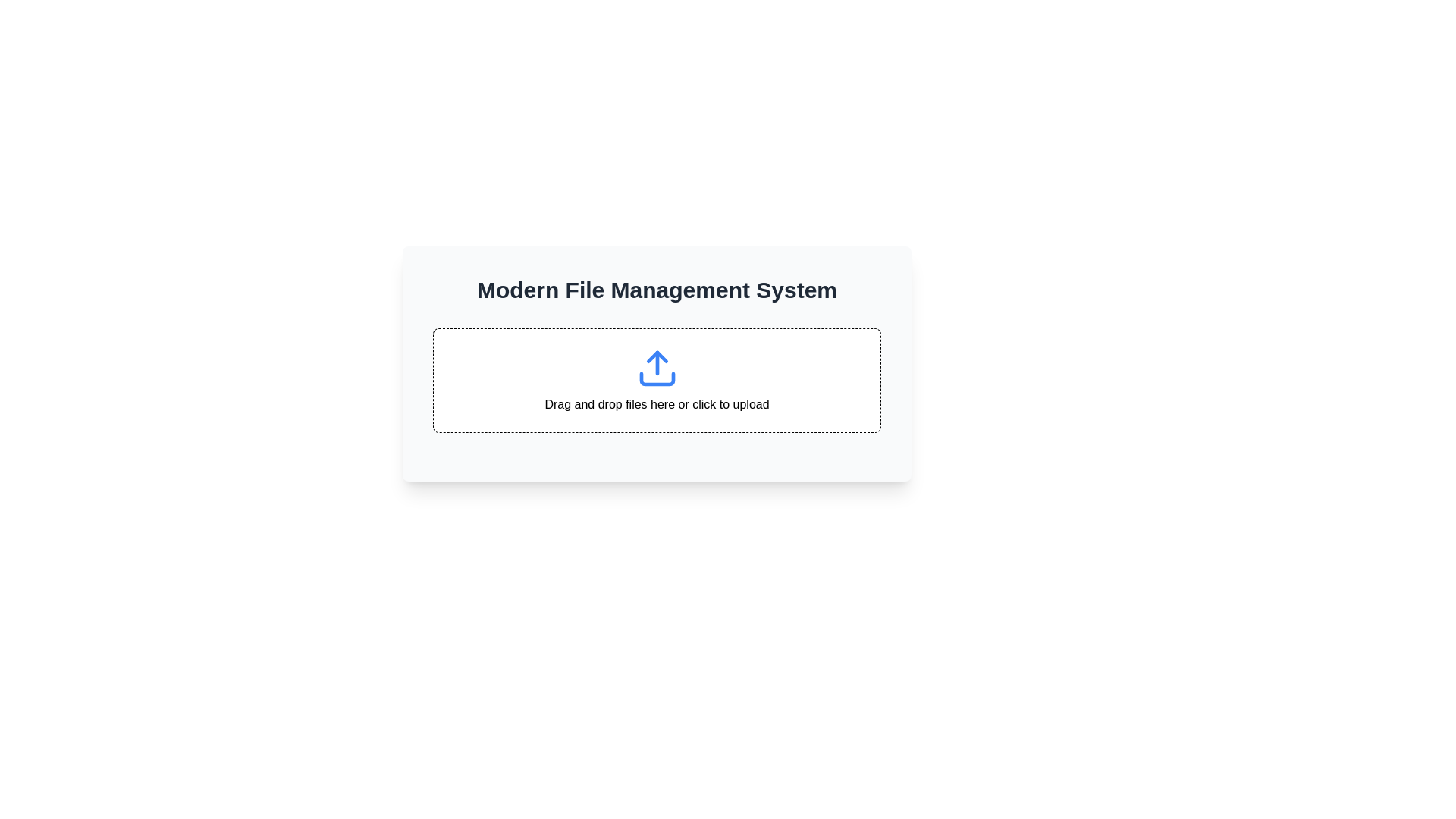 The width and height of the screenshot is (1456, 819). Describe the element at coordinates (657, 379) in the screenshot. I see `the Drag-and-drop file upload box located beneath the 'Modern File Management System' heading` at that location.